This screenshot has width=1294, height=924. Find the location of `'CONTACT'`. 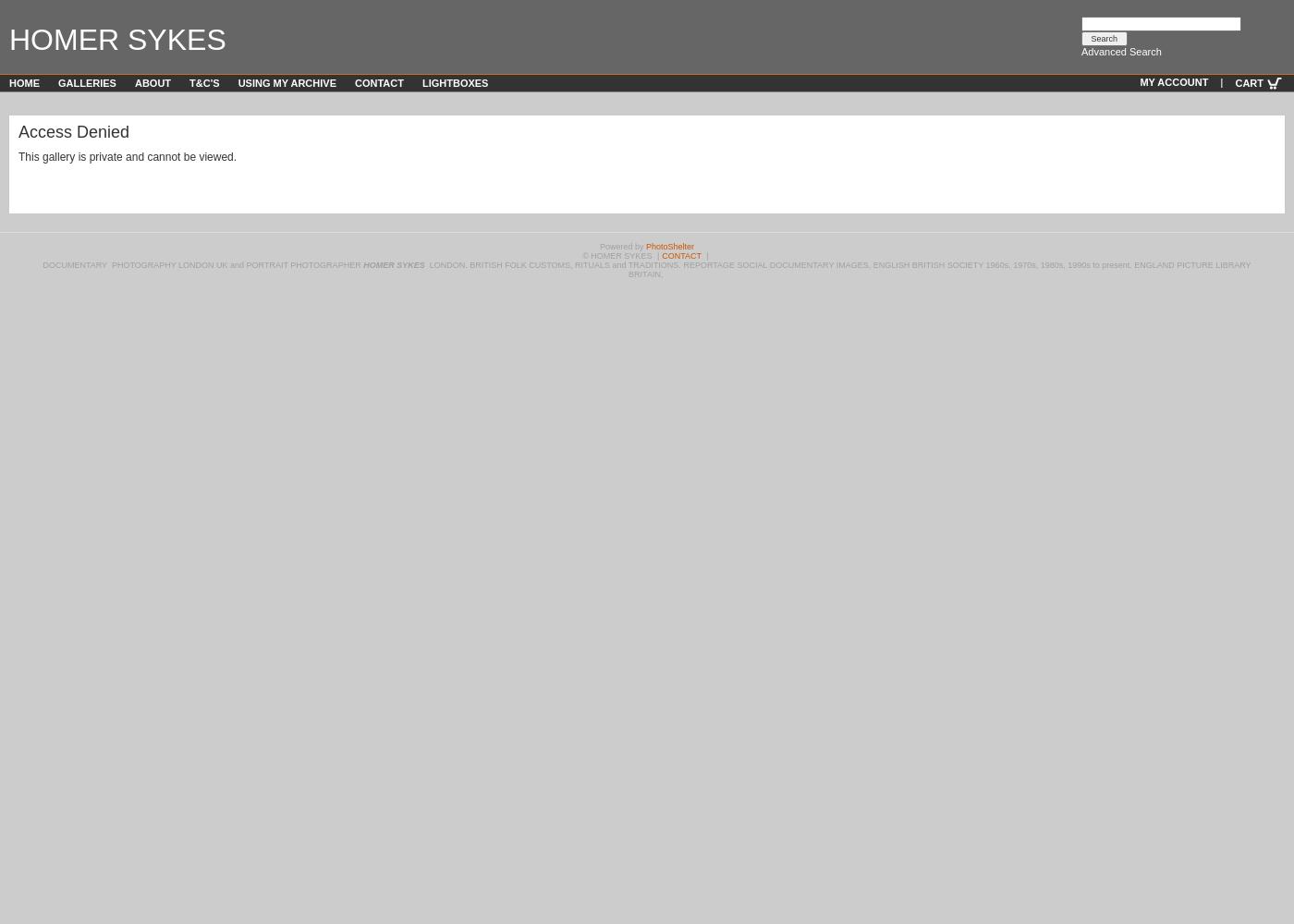

'CONTACT' is located at coordinates (680, 256).